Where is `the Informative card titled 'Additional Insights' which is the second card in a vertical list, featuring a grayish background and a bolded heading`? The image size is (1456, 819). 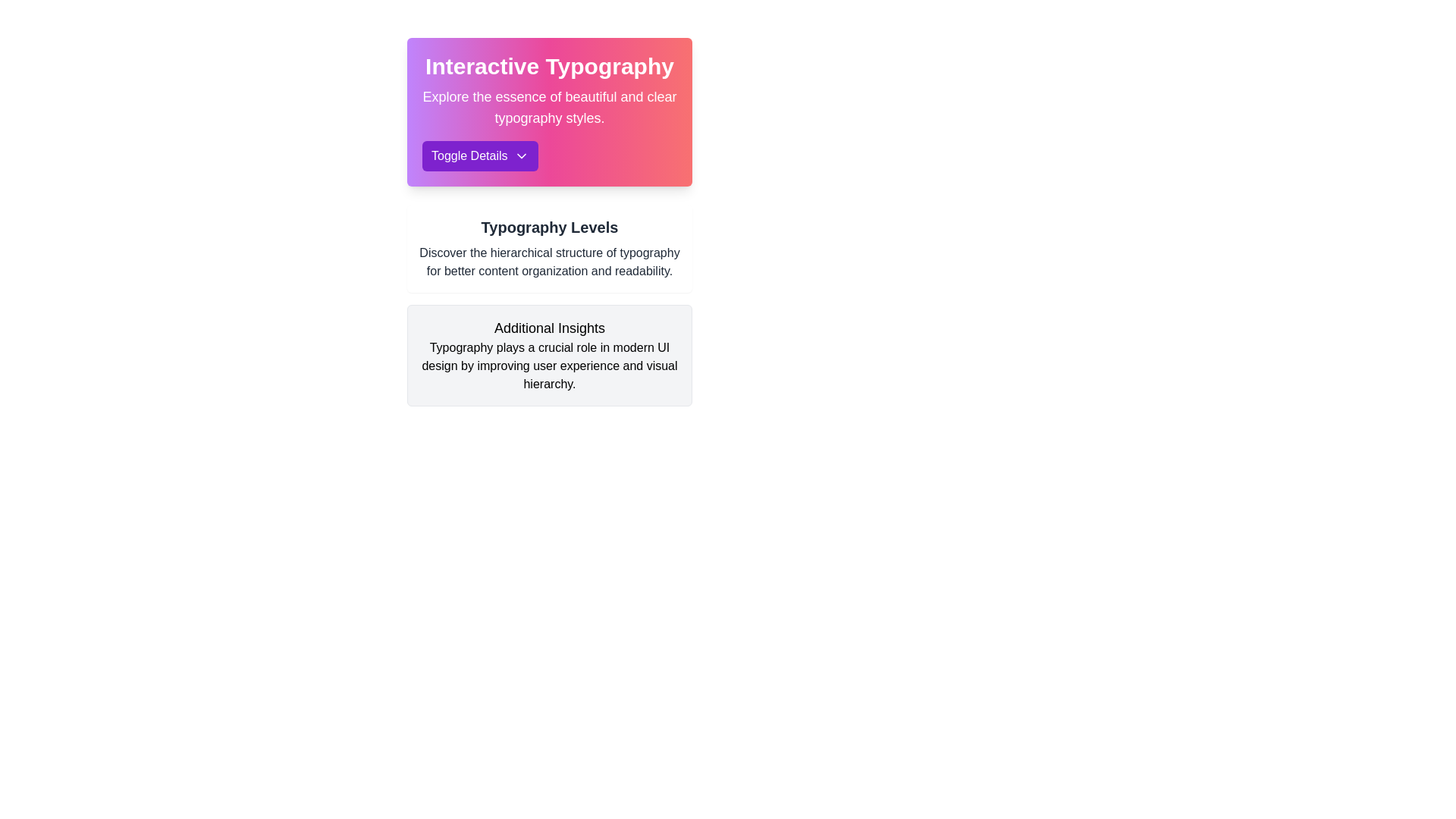
the Informative card titled 'Additional Insights' which is the second card in a vertical list, featuring a grayish background and a bolded heading is located at coordinates (548, 356).